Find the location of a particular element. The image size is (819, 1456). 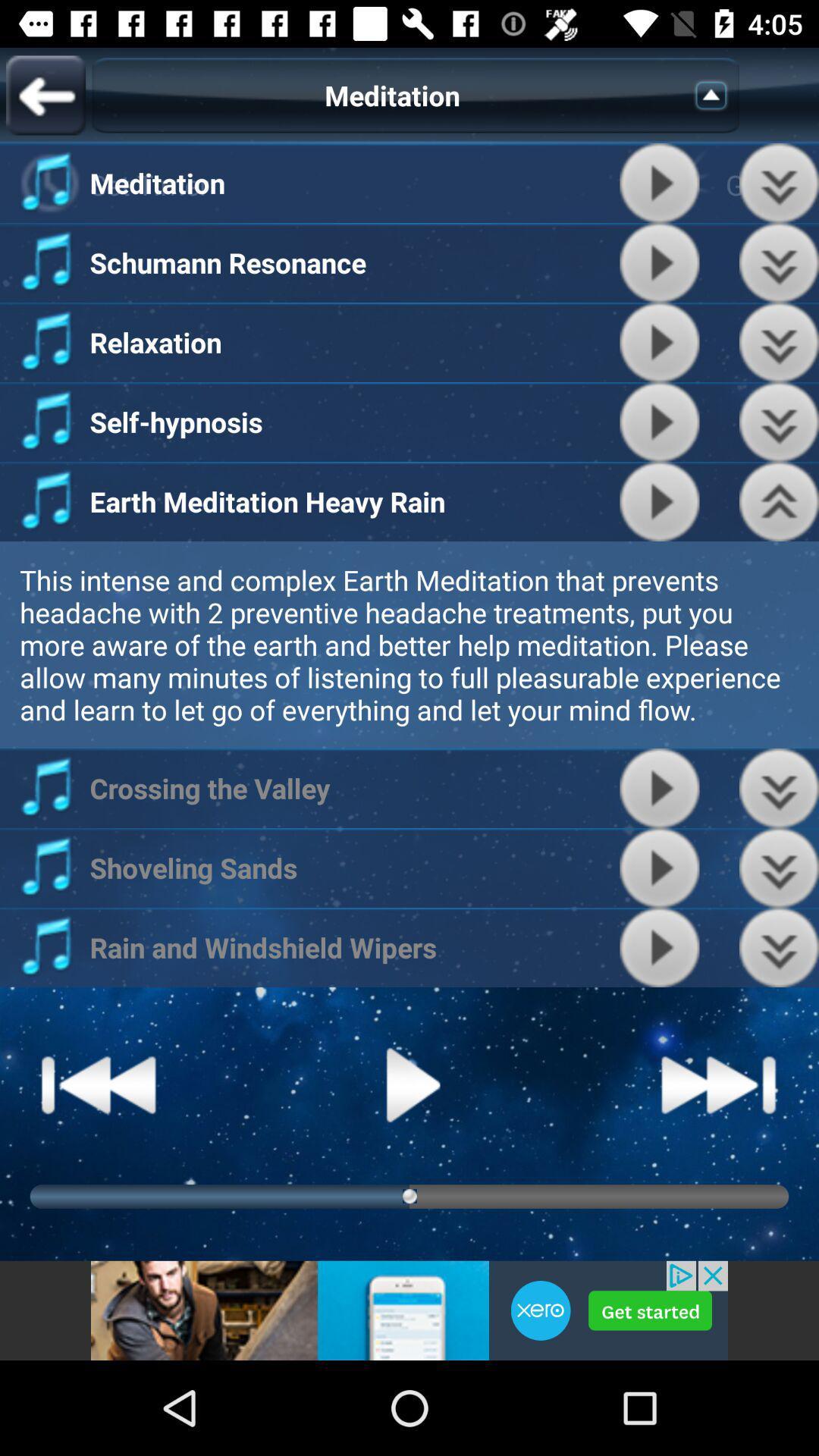

prvious is located at coordinates (779, 262).